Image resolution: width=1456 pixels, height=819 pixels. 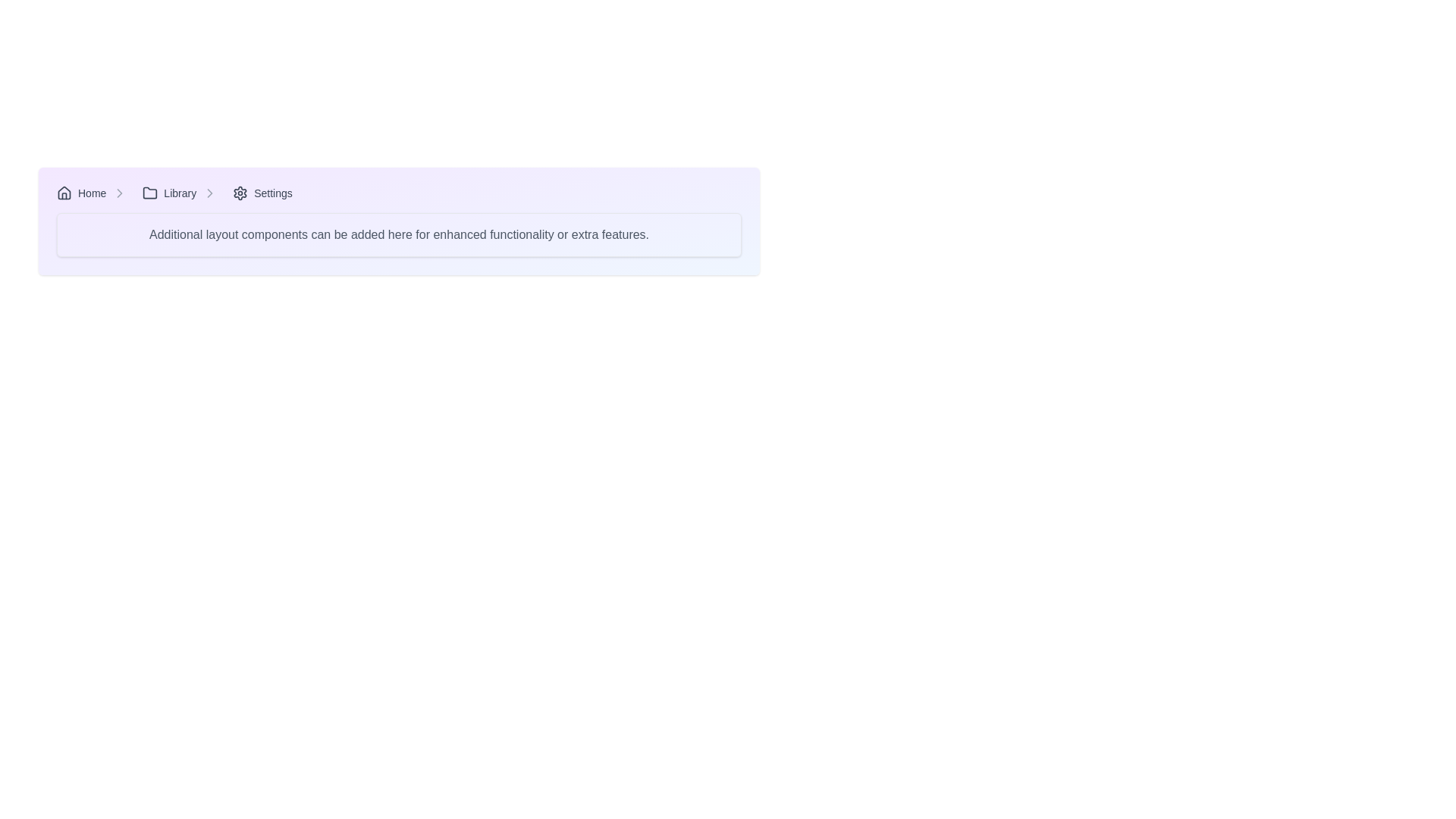 What do you see at coordinates (180, 192) in the screenshot?
I see `text label that indicates the current page location in the breadcrumb navigation component, which is the second item in the menu next to a folder icon` at bounding box center [180, 192].